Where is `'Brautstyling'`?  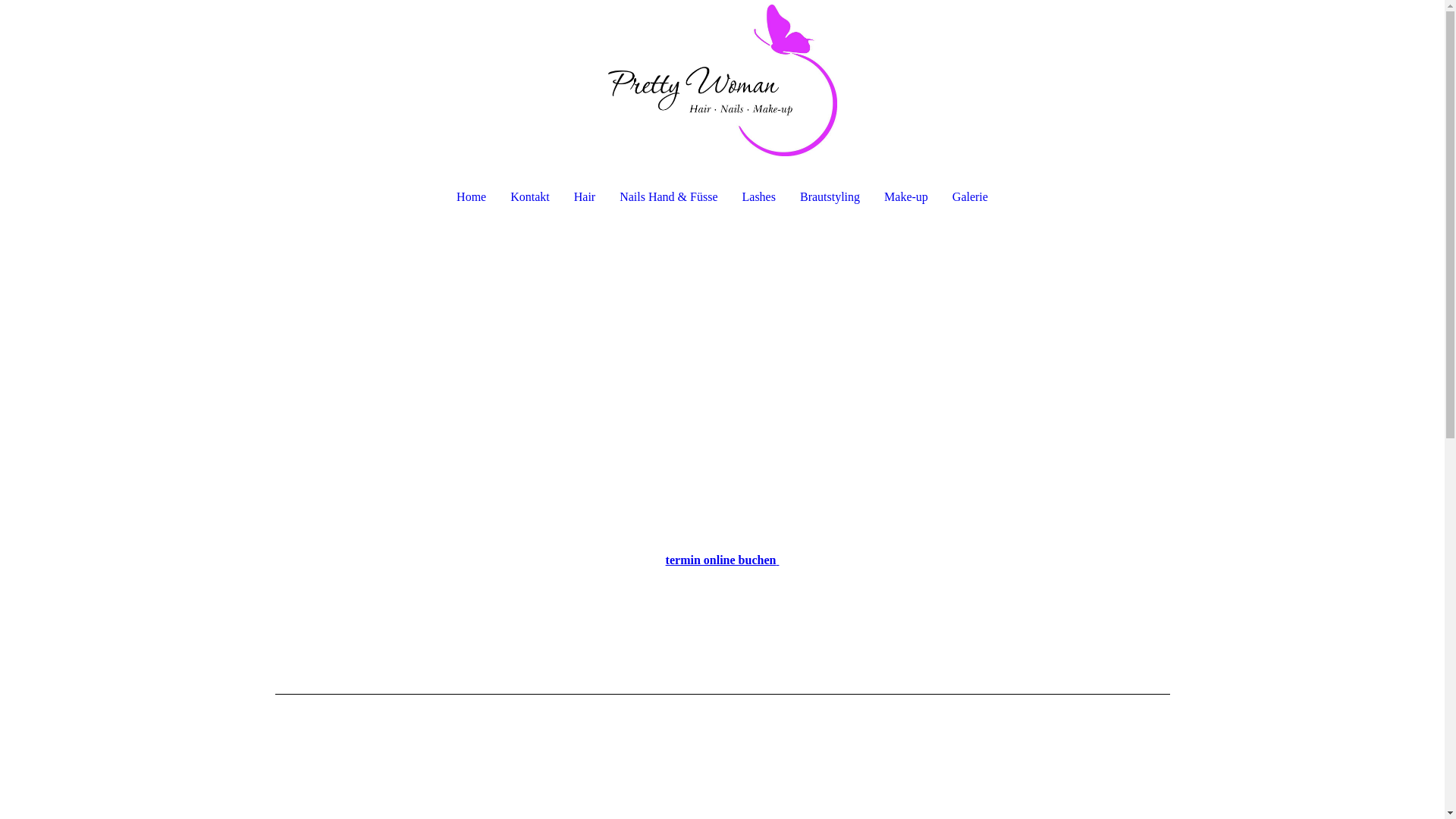
'Brautstyling' is located at coordinates (787, 196).